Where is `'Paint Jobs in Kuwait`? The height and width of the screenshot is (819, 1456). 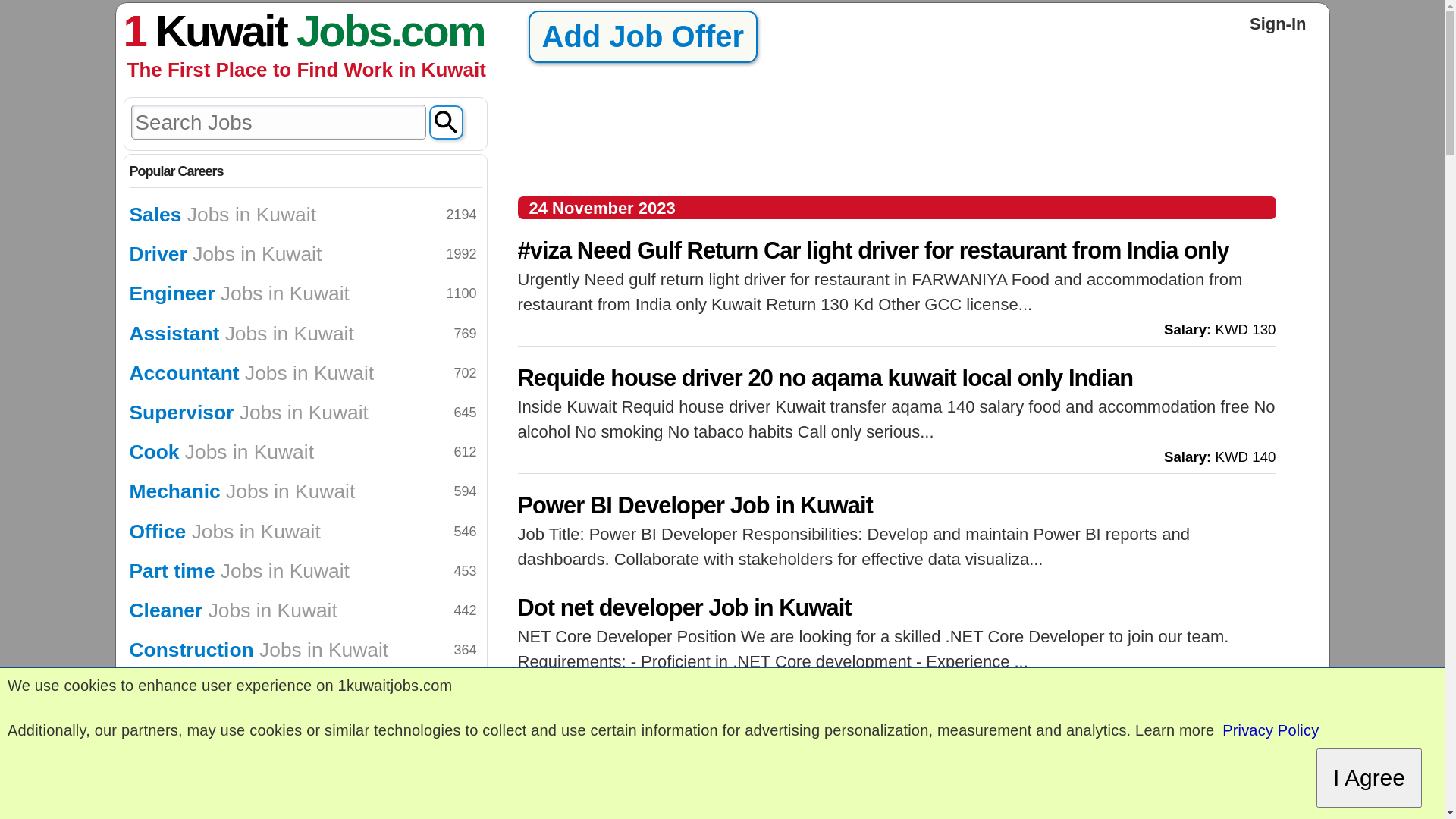
'Paint Jobs in Kuwait is located at coordinates (304, 769).